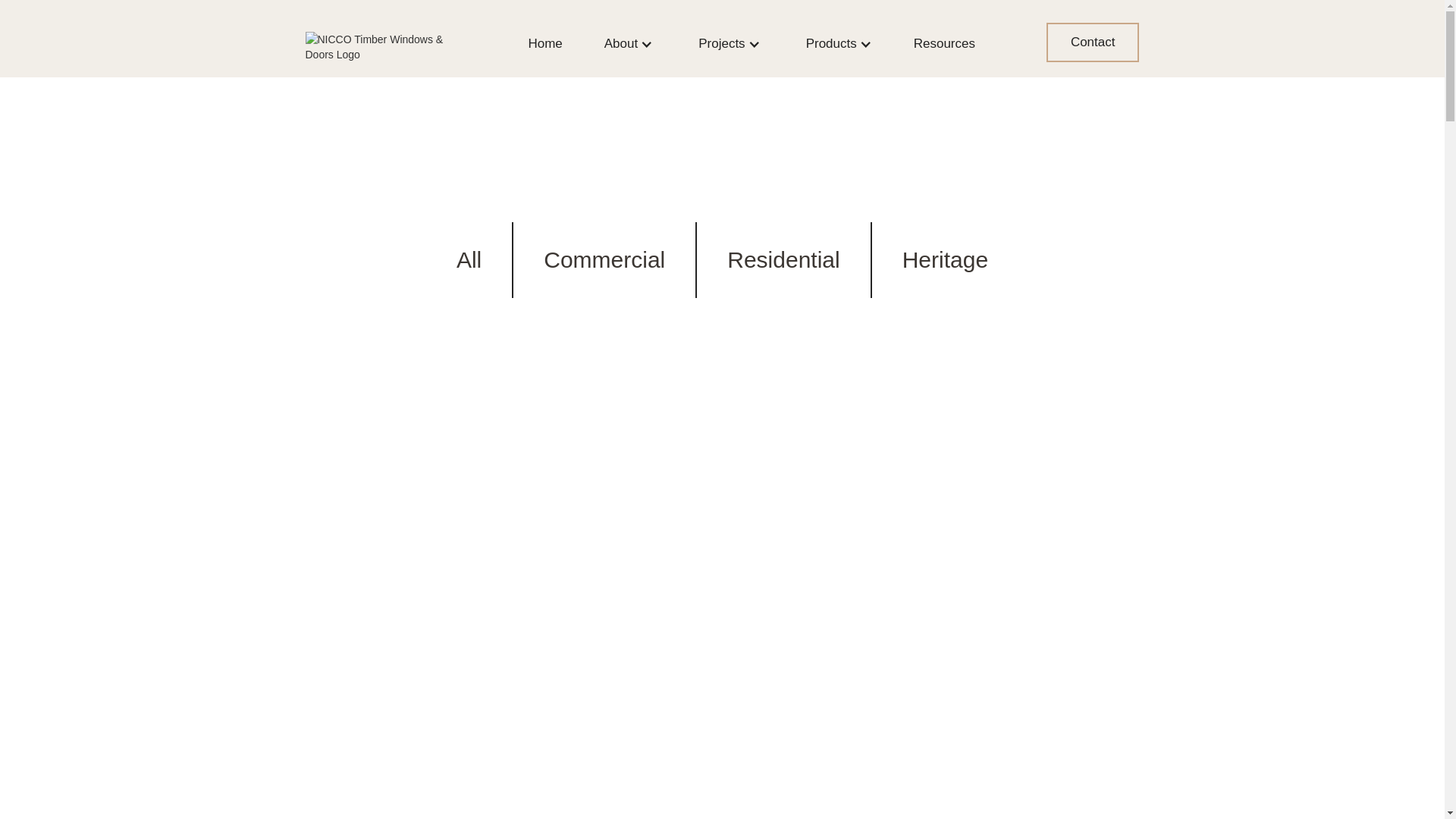 The height and width of the screenshot is (819, 1456). I want to click on 'Commercial', so click(603, 259).